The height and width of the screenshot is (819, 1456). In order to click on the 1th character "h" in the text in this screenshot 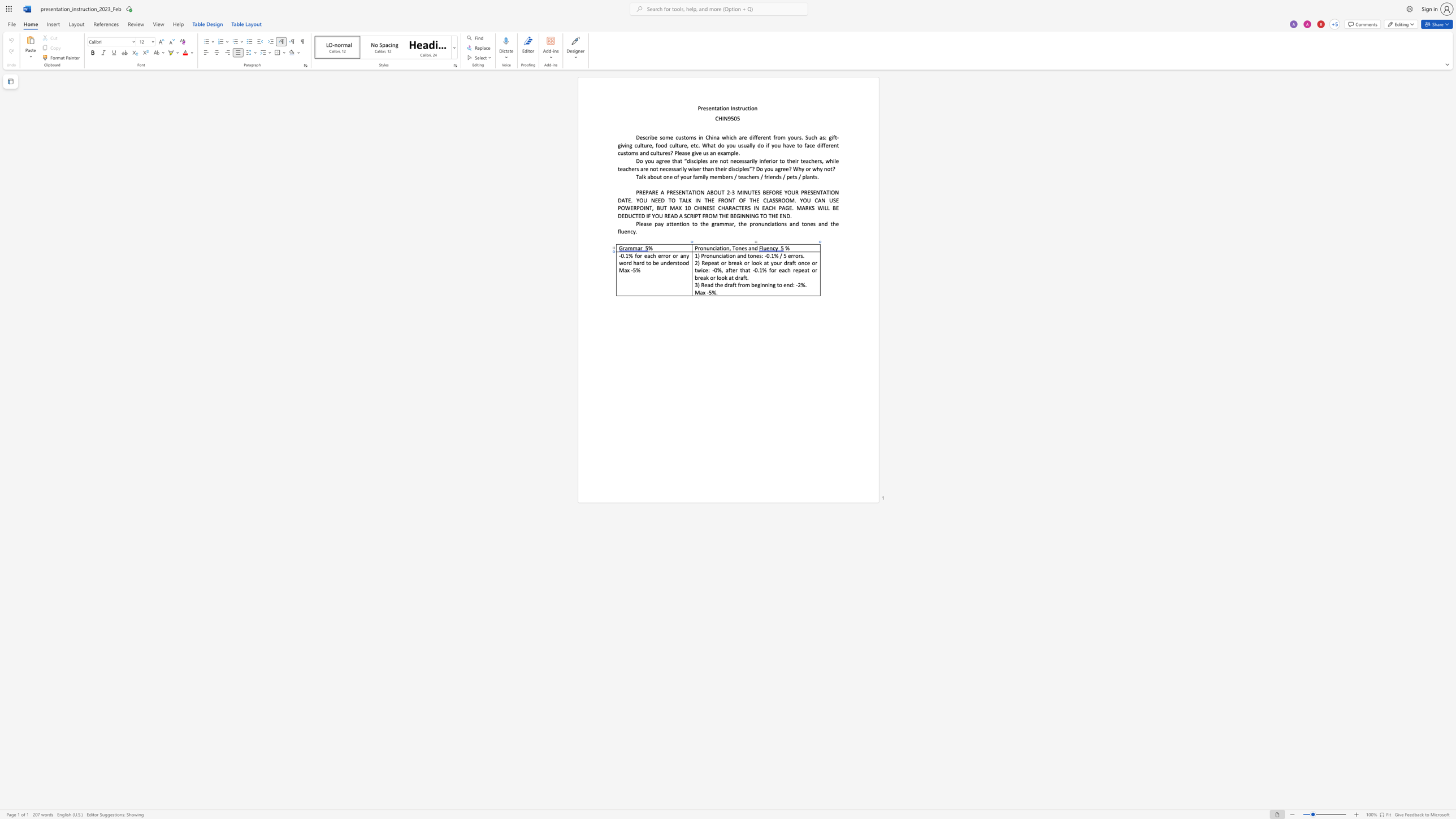, I will do `click(743, 270)`.